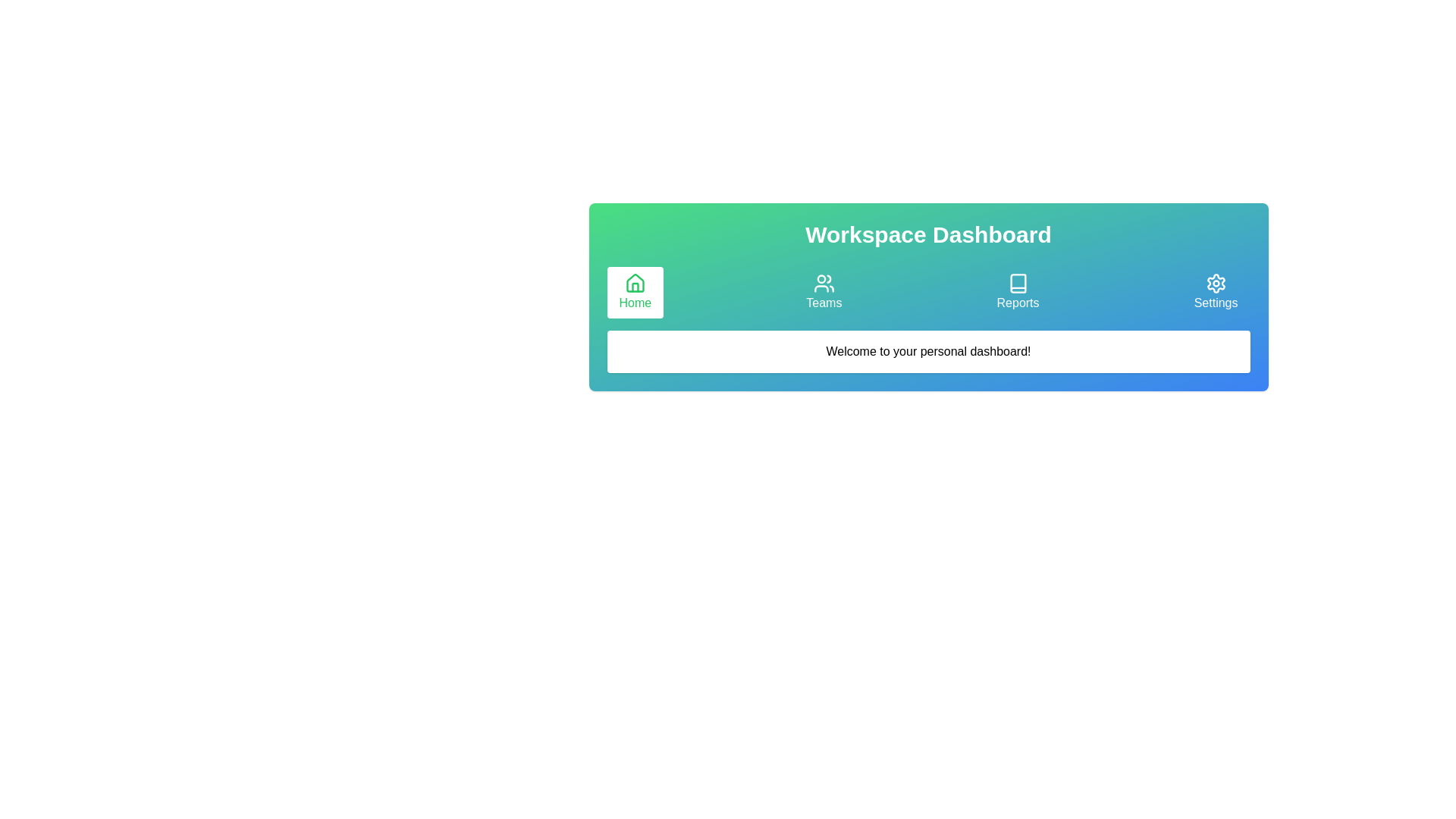 Image resolution: width=1456 pixels, height=819 pixels. Describe the element at coordinates (927, 234) in the screenshot. I see `the large, bold header text reading 'Workspace Dashboard' that is centered at the top of the page and displayed in white font against a gradient background` at that location.